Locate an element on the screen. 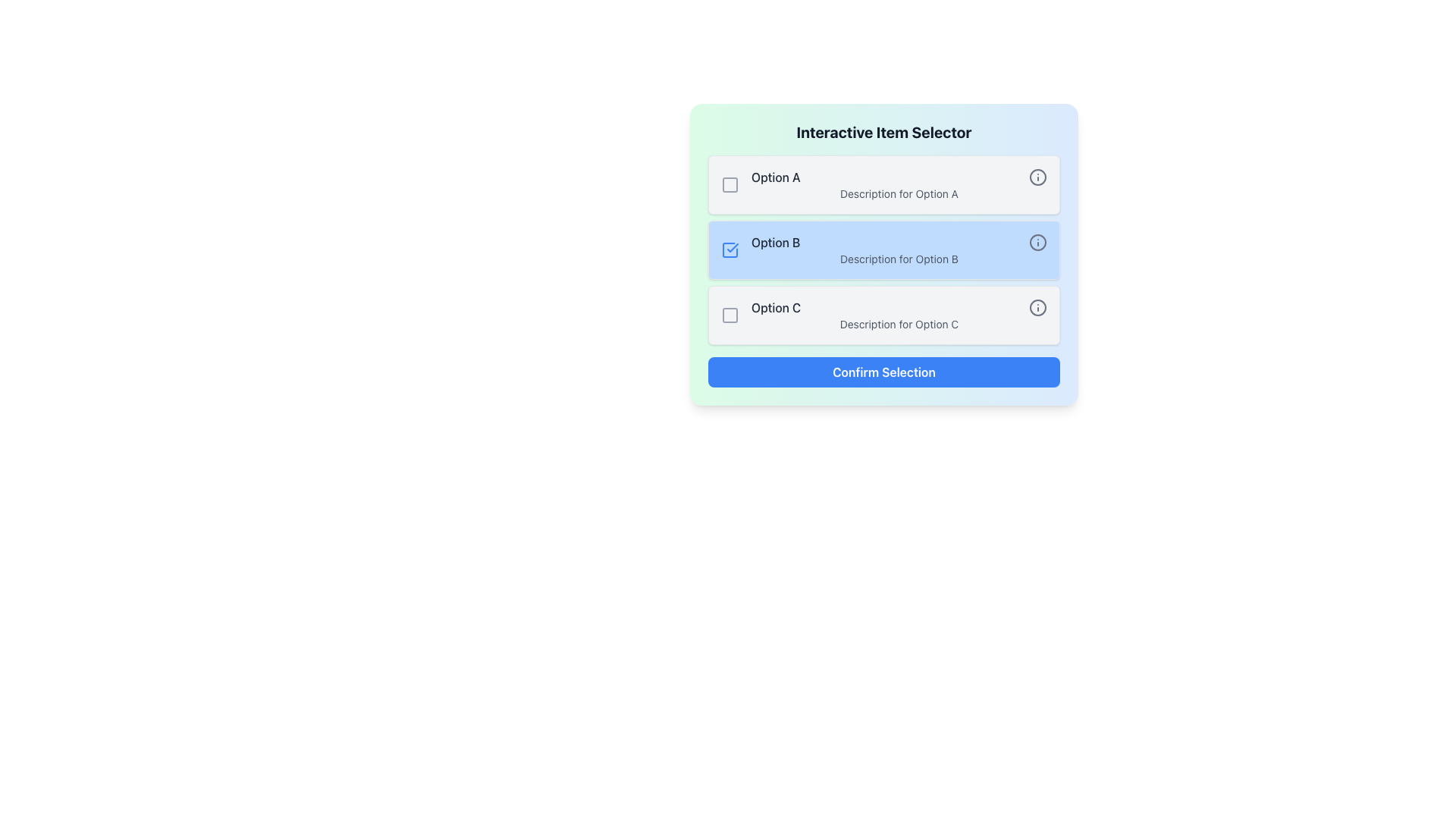 The width and height of the screenshot is (1456, 819). the 'Option C' selection element, which includes the text styled in medium-weight font and dark gray color along with an info icon on the right side, located in the selector panel is located at coordinates (899, 307).